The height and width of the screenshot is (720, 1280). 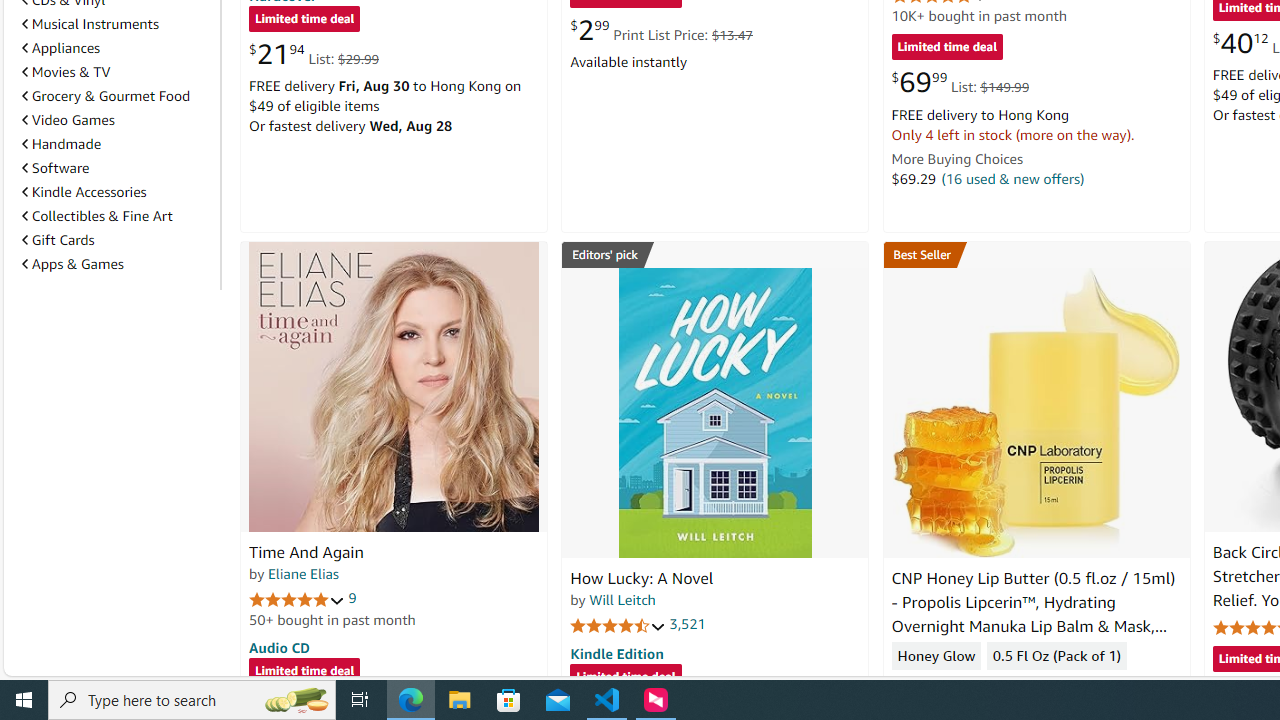 What do you see at coordinates (116, 238) in the screenshot?
I see `'Gift Cards'` at bounding box center [116, 238].